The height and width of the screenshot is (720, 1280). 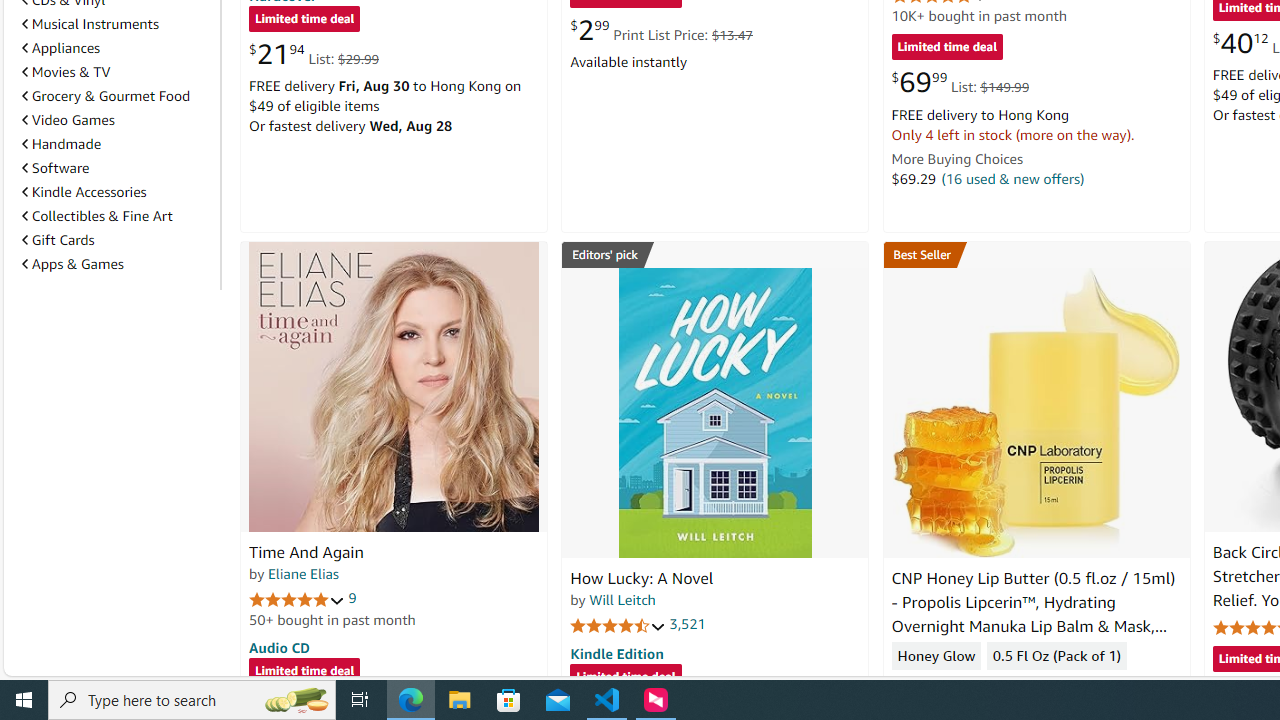 What do you see at coordinates (116, 238) in the screenshot?
I see `'Gift Cards'` at bounding box center [116, 238].